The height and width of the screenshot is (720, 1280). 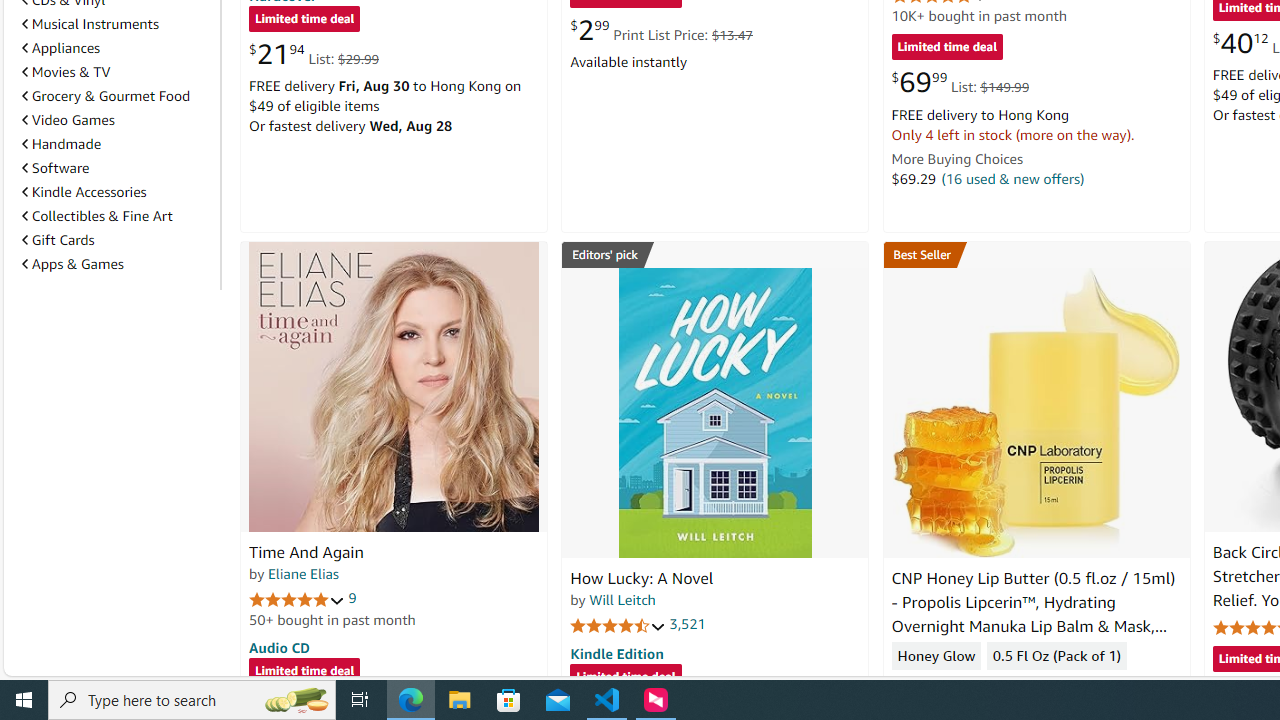 What do you see at coordinates (116, 238) in the screenshot?
I see `'Gift Cards'` at bounding box center [116, 238].